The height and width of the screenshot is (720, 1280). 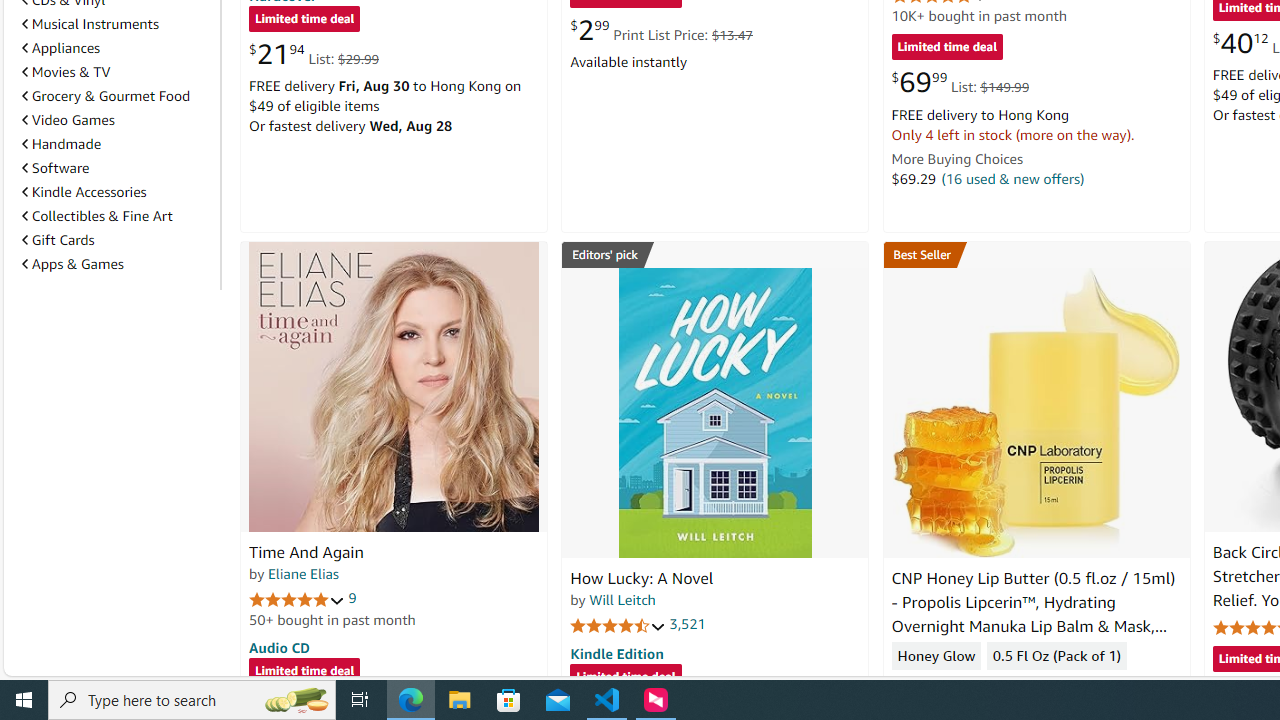 What do you see at coordinates (116, 238) in the screenshot?
I see `'Gift Cards'` at bounding box center [116, 238].